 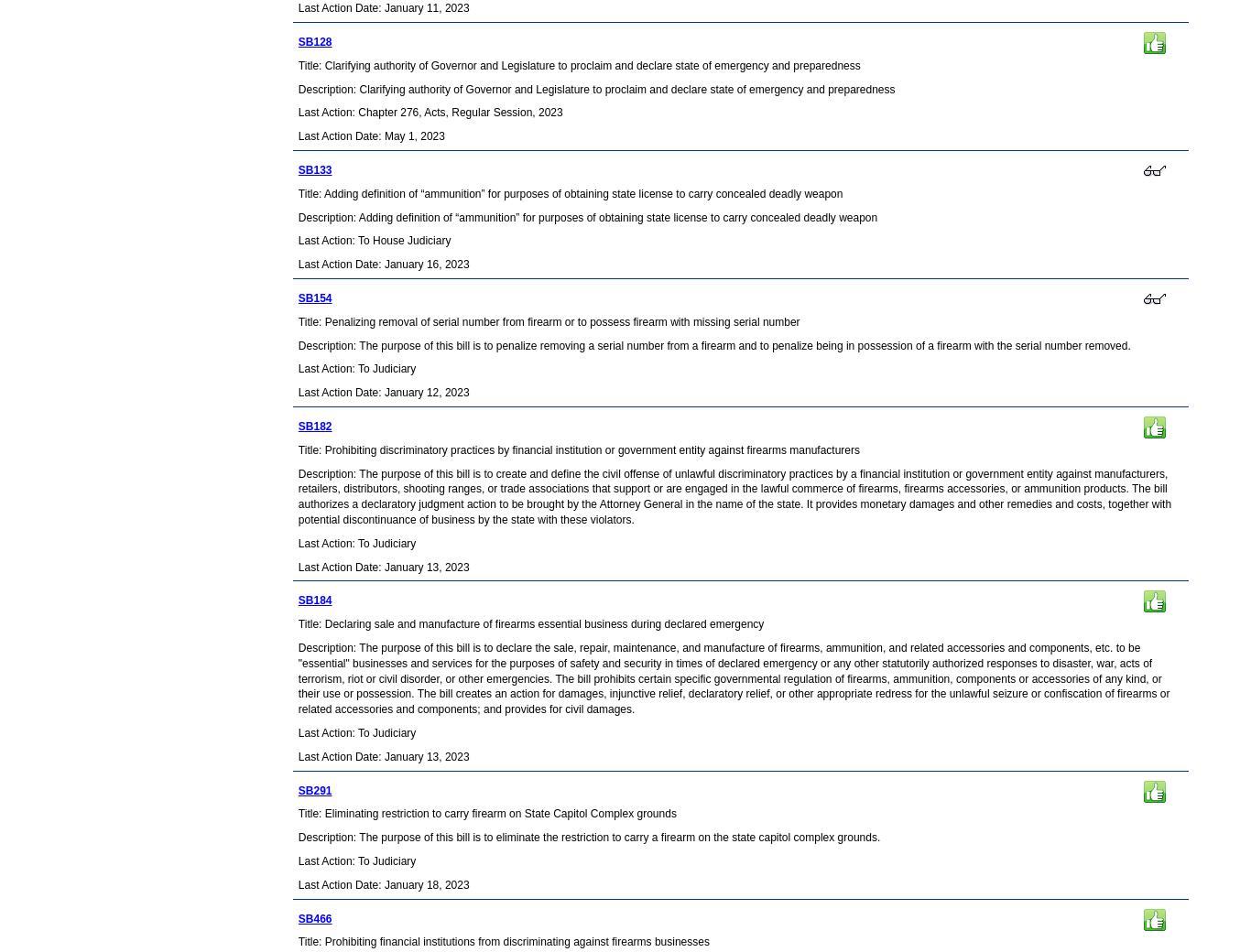 I want to click on 'Title: Penalizing removal of serial number from firearm or to possess firearm with missing serial number', so click(x=547, y=320).